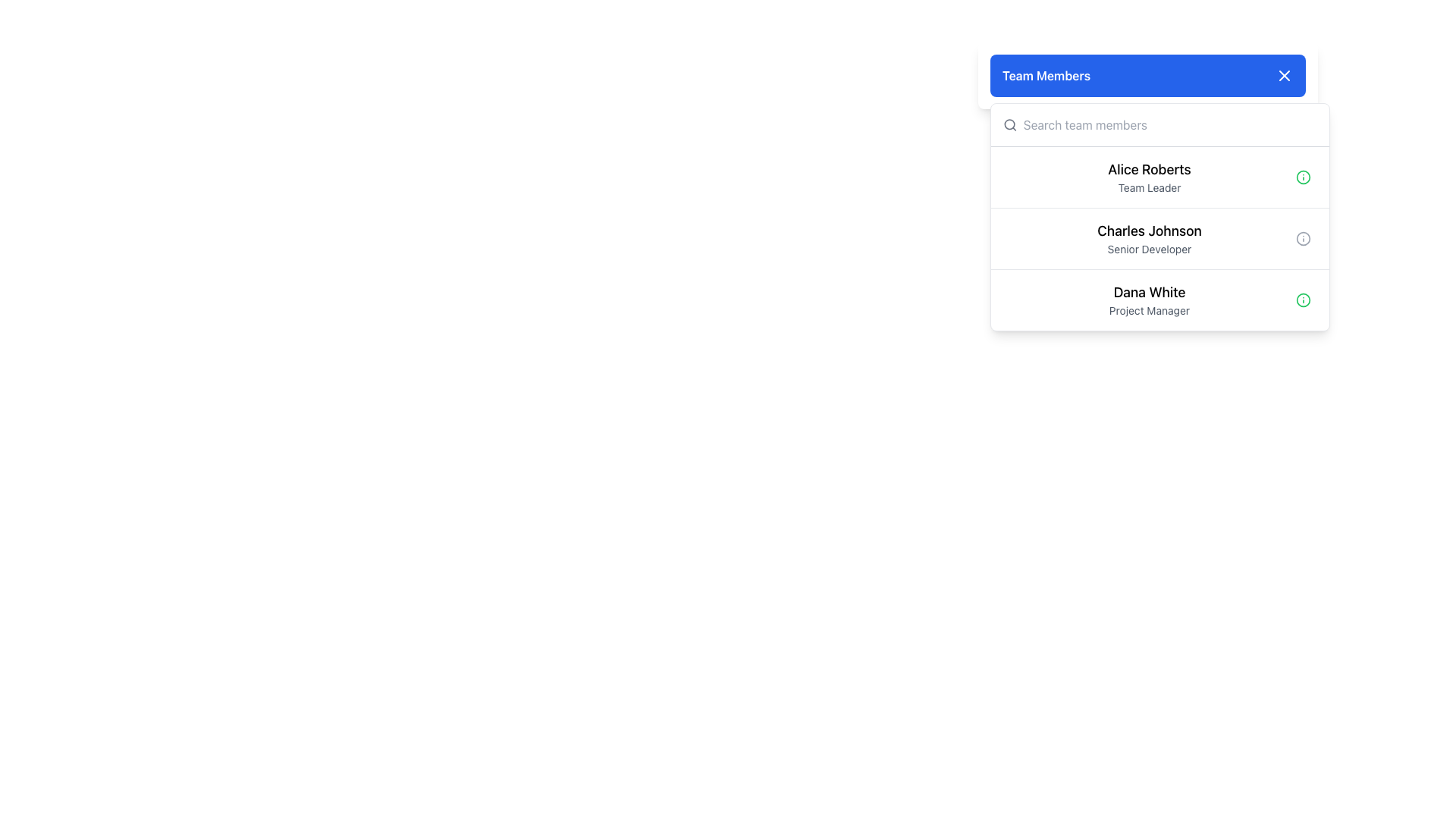  I want to click on the information icon on the right side of the user entry for 'Charles Johnson Senior Developer', so click(1302, 239).